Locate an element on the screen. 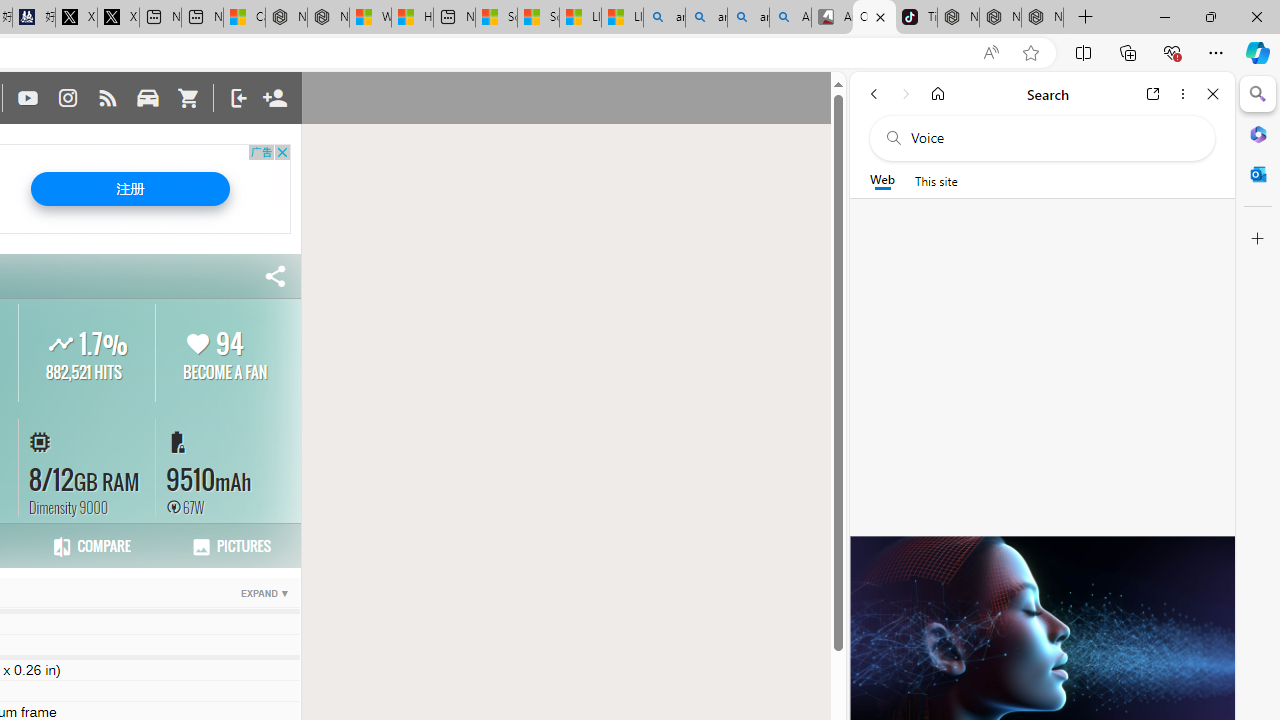  'Nordace Siena Pro 15 Backpack' is located at coordinates (1000, 17).